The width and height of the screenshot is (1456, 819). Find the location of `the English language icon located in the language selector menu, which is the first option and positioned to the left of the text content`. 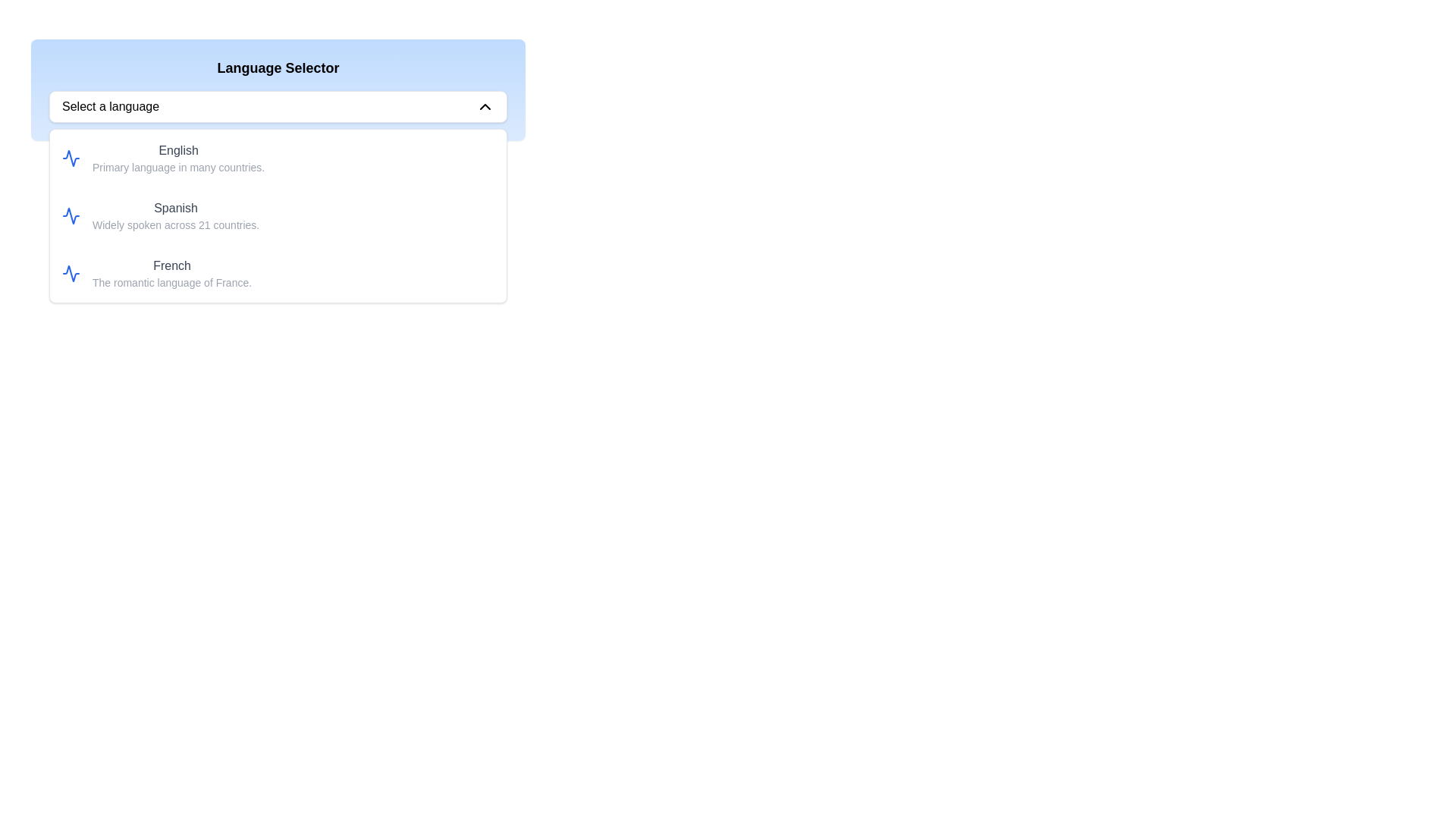

the English language icon located in the language selector menu, which is the first option and positioned to the left of the text content is located at coordinates (71, 158).